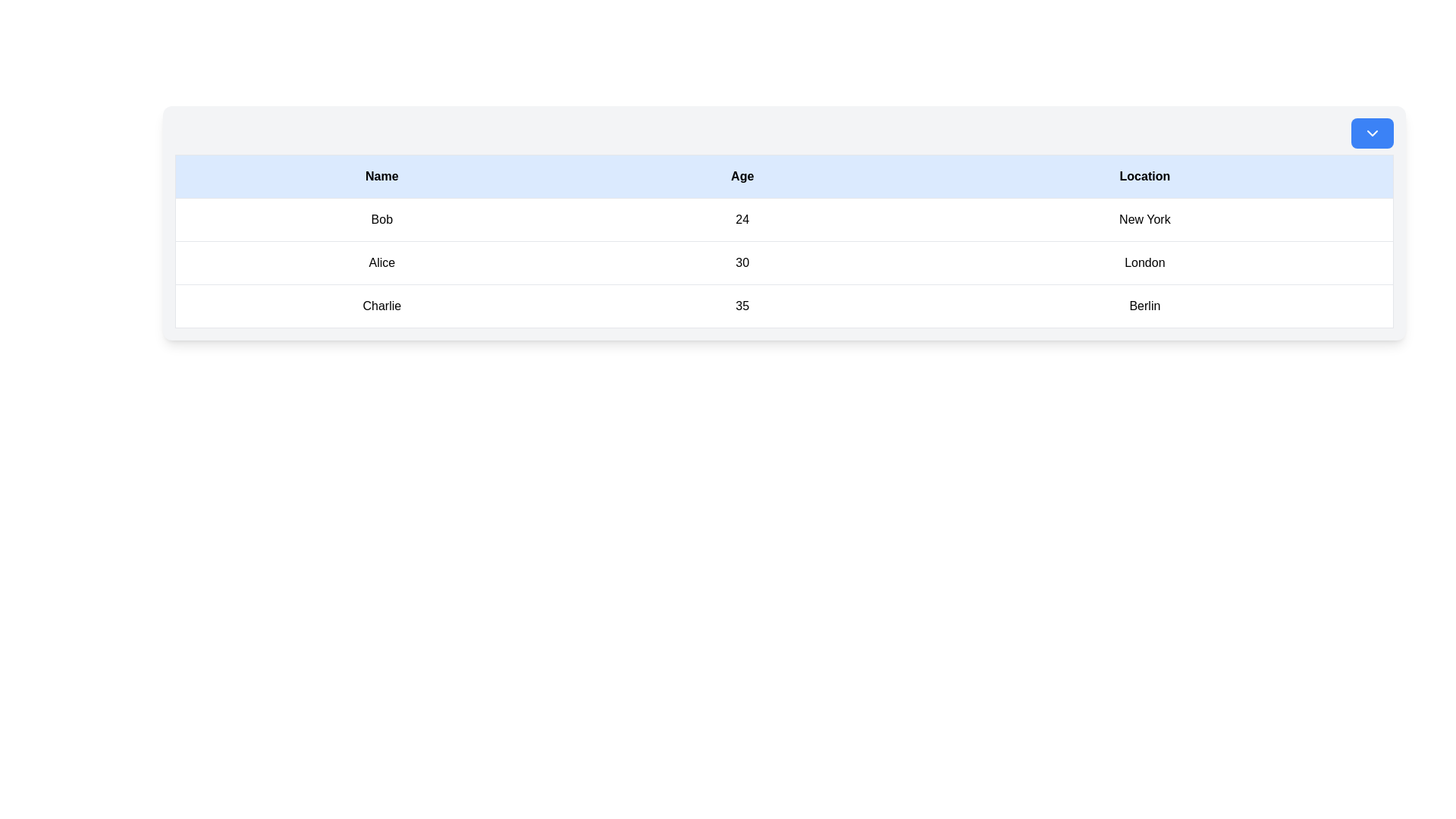 This screenshot has height=819, width=1456. What do you see at coordinates (1145, 175) in the screenshot?
I see `the rightmost column header of the table labeled 'Location'` at bounding box center [1145, 175].